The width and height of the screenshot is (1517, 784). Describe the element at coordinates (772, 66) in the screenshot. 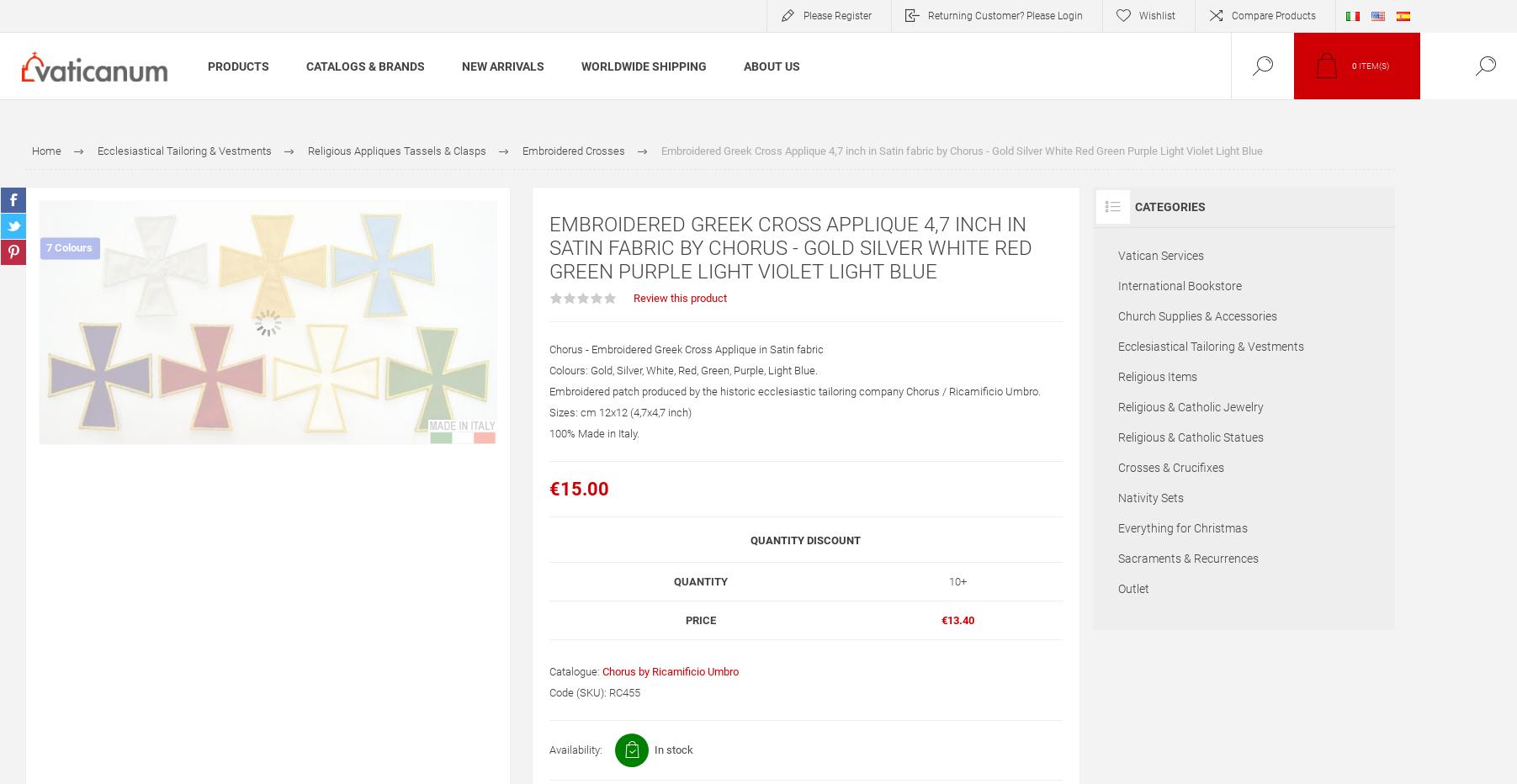

I see `'About Us'` at that location.